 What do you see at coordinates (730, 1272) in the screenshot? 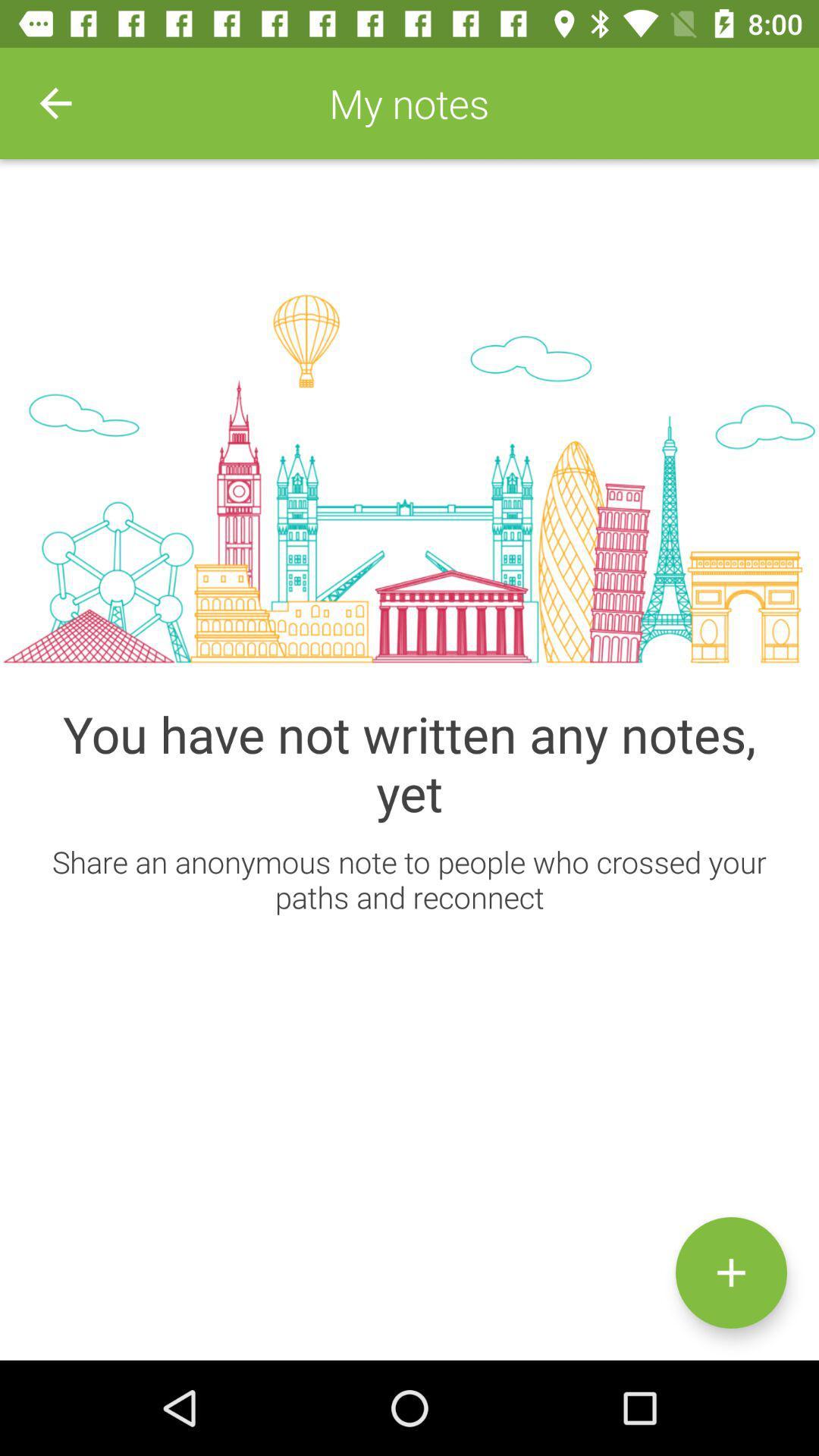
I see `start new note` at bounding box center [730, 1272].